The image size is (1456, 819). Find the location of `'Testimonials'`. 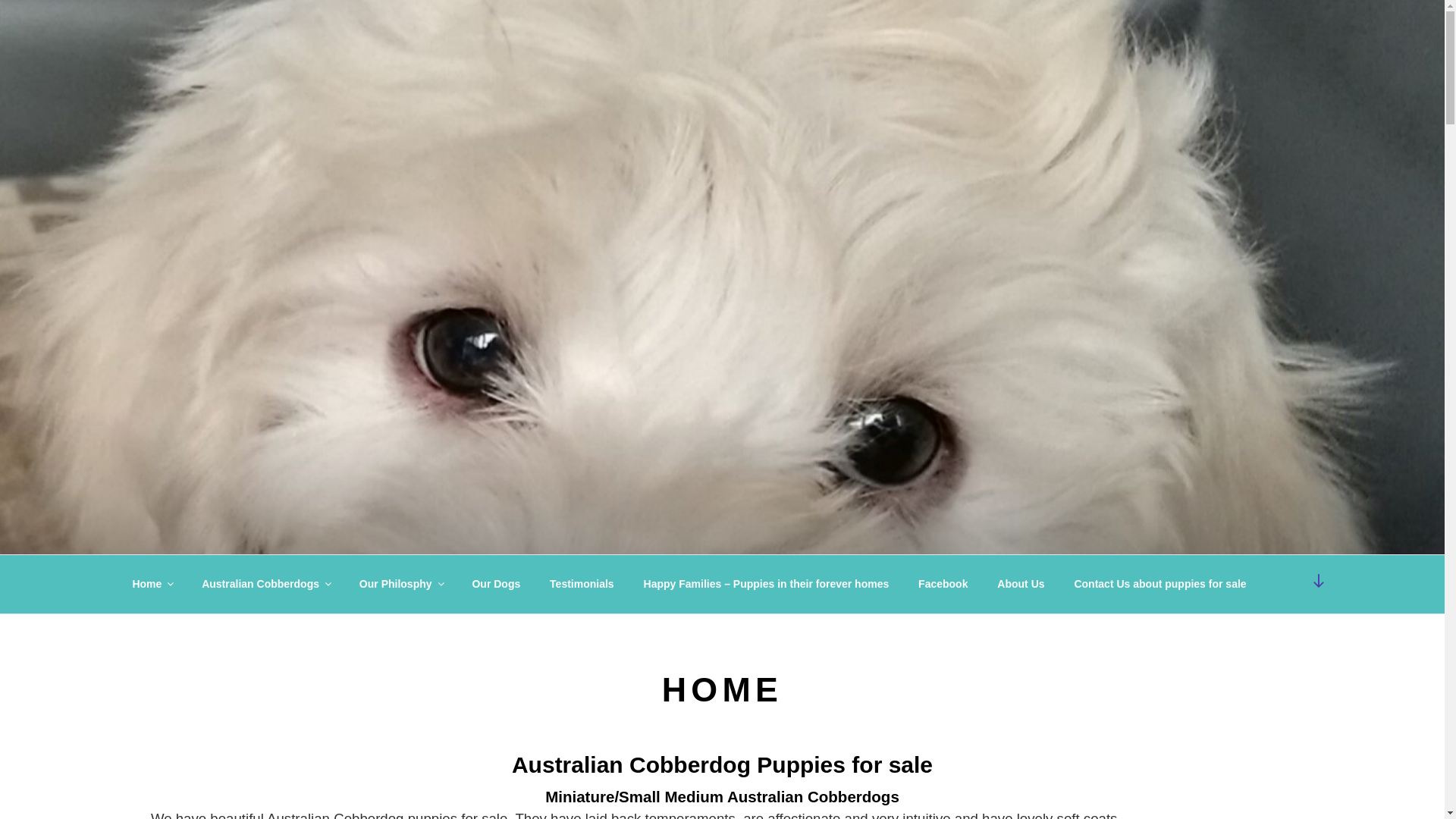

'Testimonials' is located at coordinates (537, 583).